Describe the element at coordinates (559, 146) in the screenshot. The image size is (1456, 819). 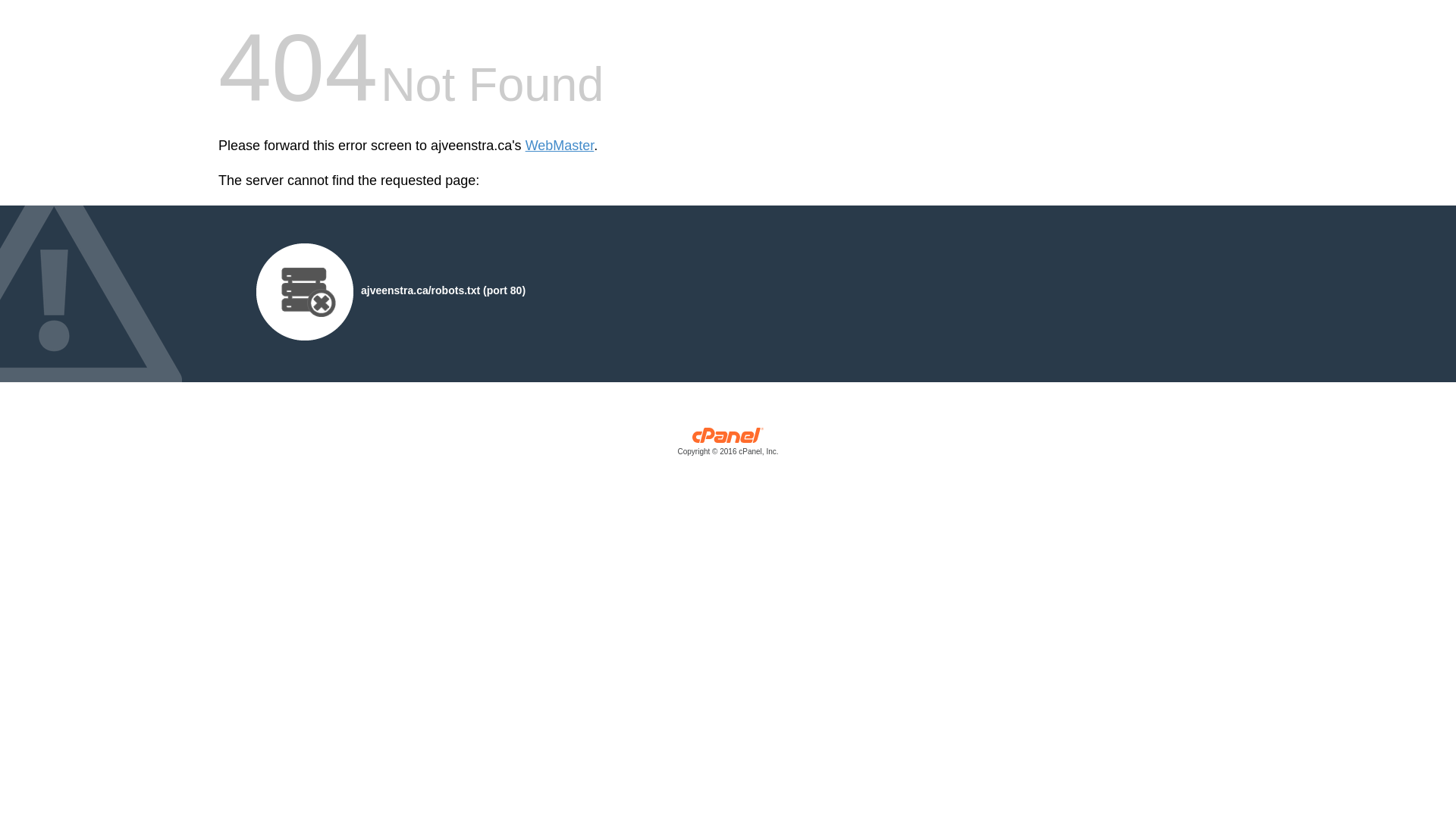
I see `'WebMaster'` at that location.